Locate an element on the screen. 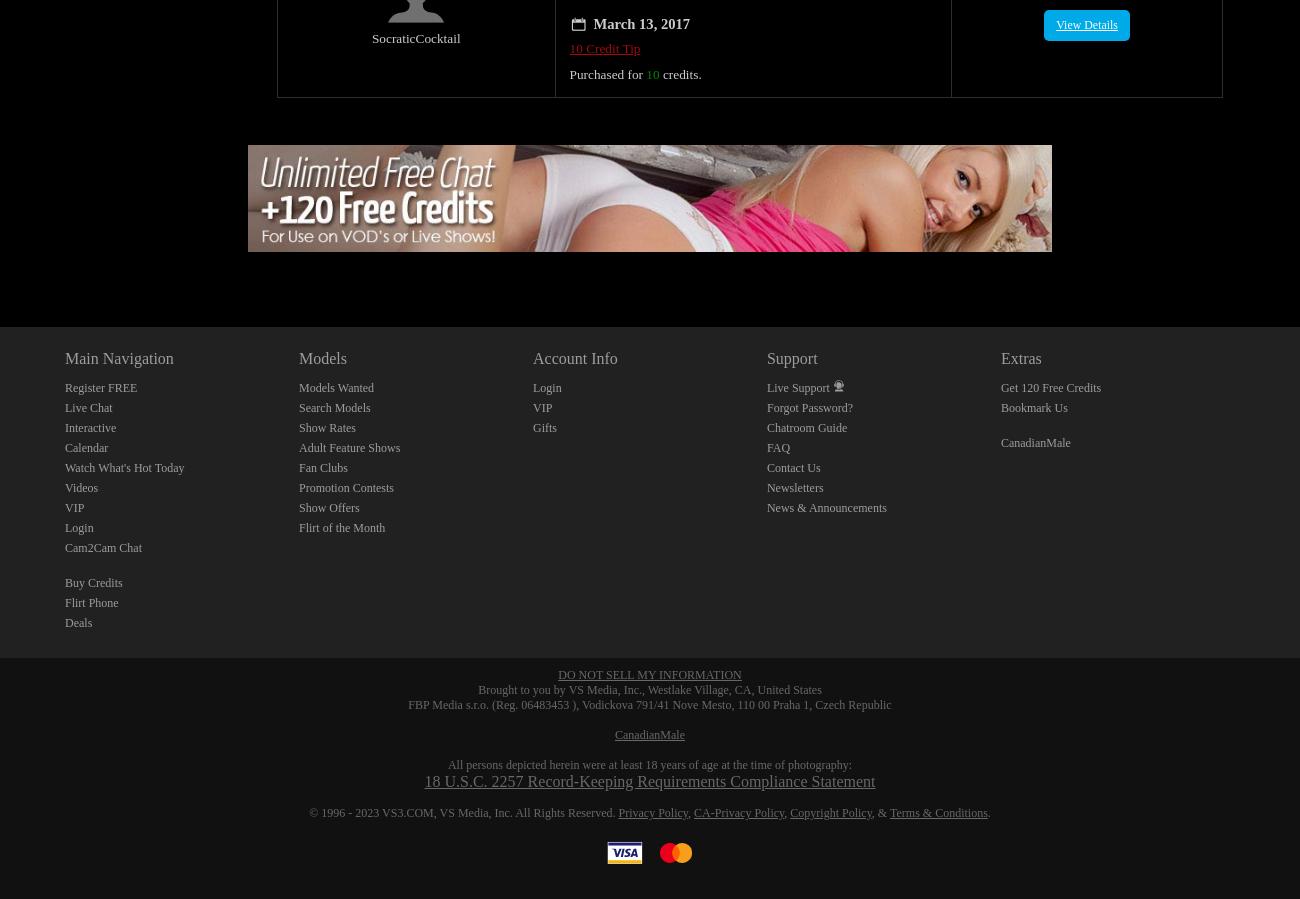  'Flirt of the Month' is located at coordinates (340, 505).